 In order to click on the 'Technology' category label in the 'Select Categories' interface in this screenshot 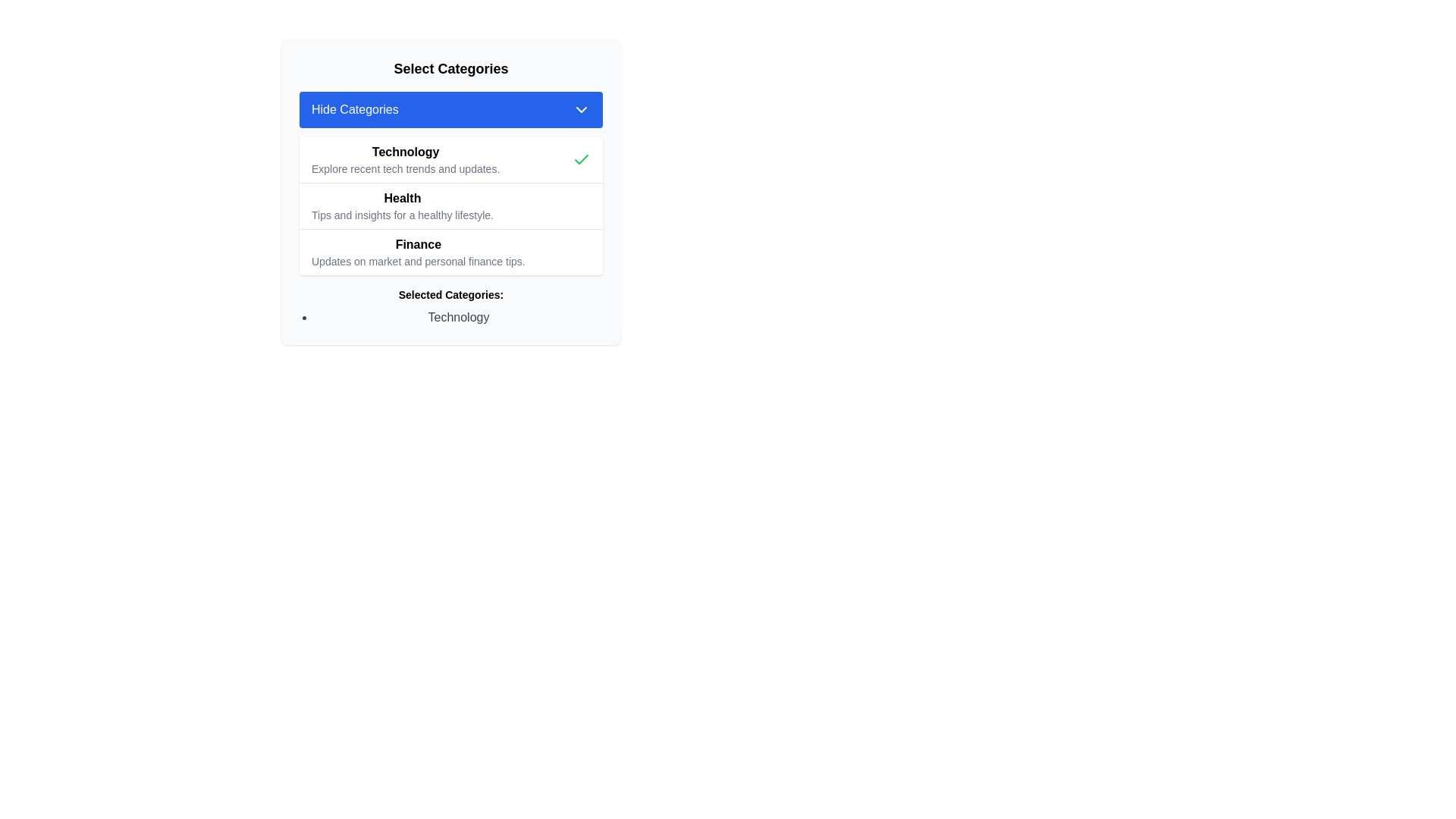, I will do `click(405, 152)`.